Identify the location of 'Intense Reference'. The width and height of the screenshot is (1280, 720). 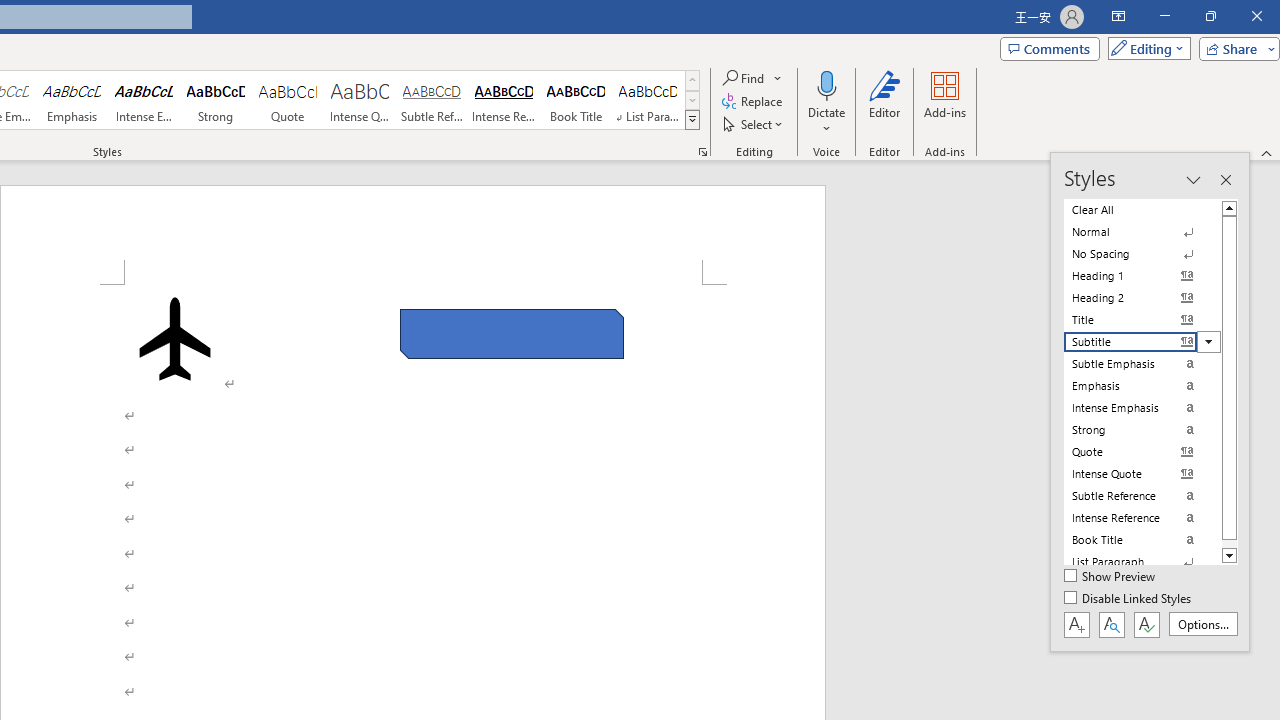
(504, 100).